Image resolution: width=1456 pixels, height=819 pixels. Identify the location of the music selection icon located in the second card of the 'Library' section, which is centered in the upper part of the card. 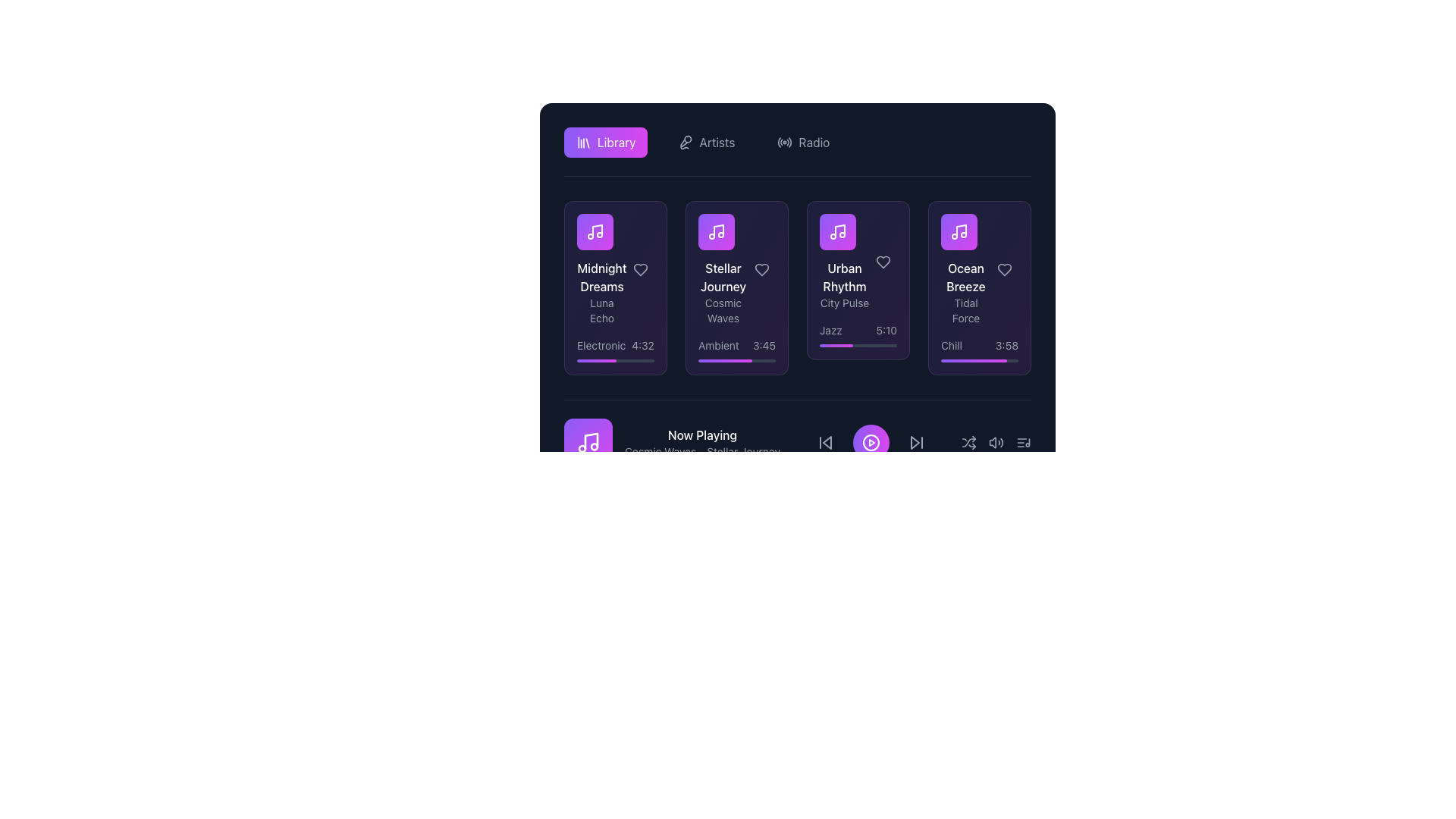
(716, 231).